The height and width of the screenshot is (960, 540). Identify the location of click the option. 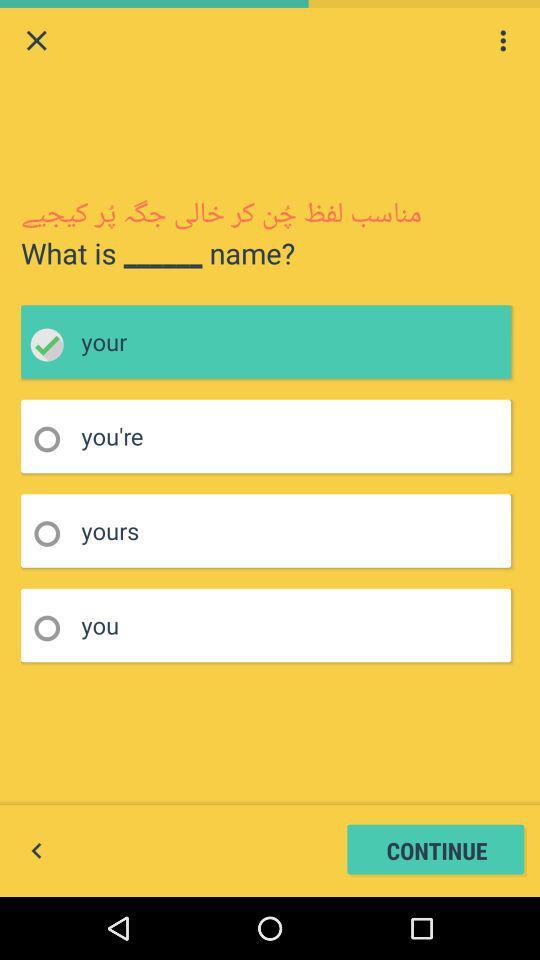
(53, 533).